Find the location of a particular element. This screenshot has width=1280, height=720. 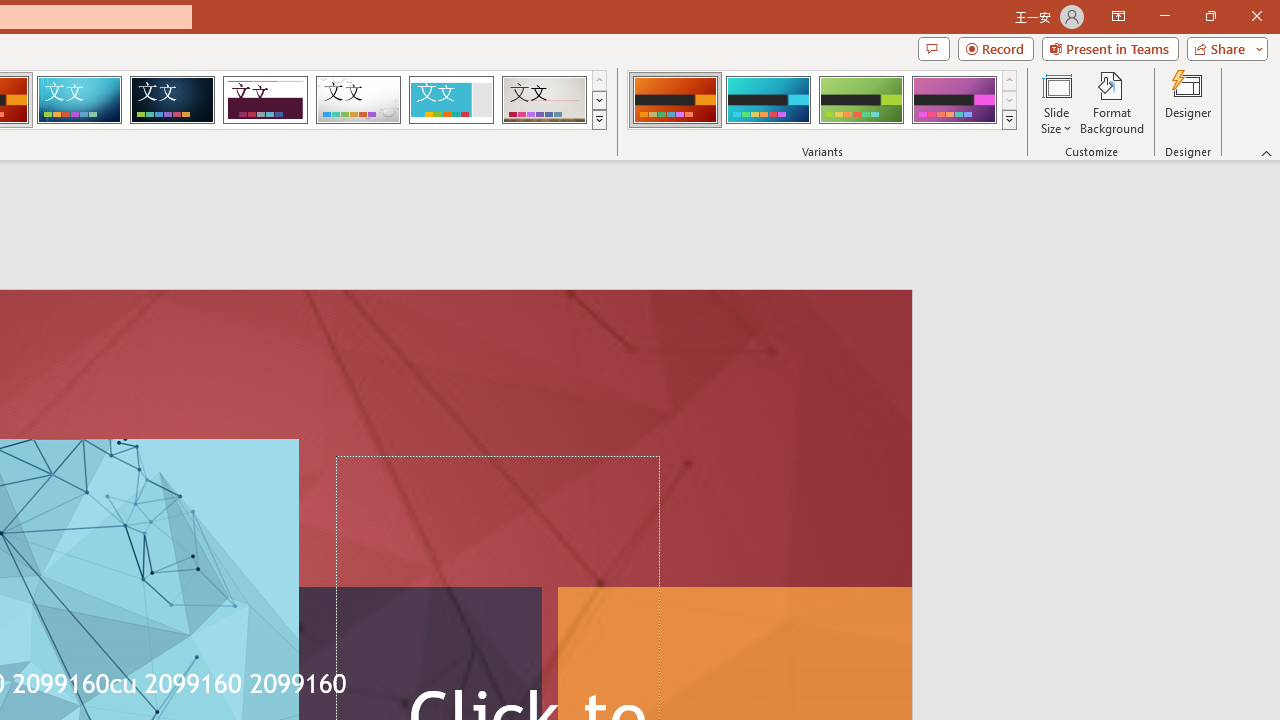

'Berlin Variant 4' is located at coordinates (953, 100).